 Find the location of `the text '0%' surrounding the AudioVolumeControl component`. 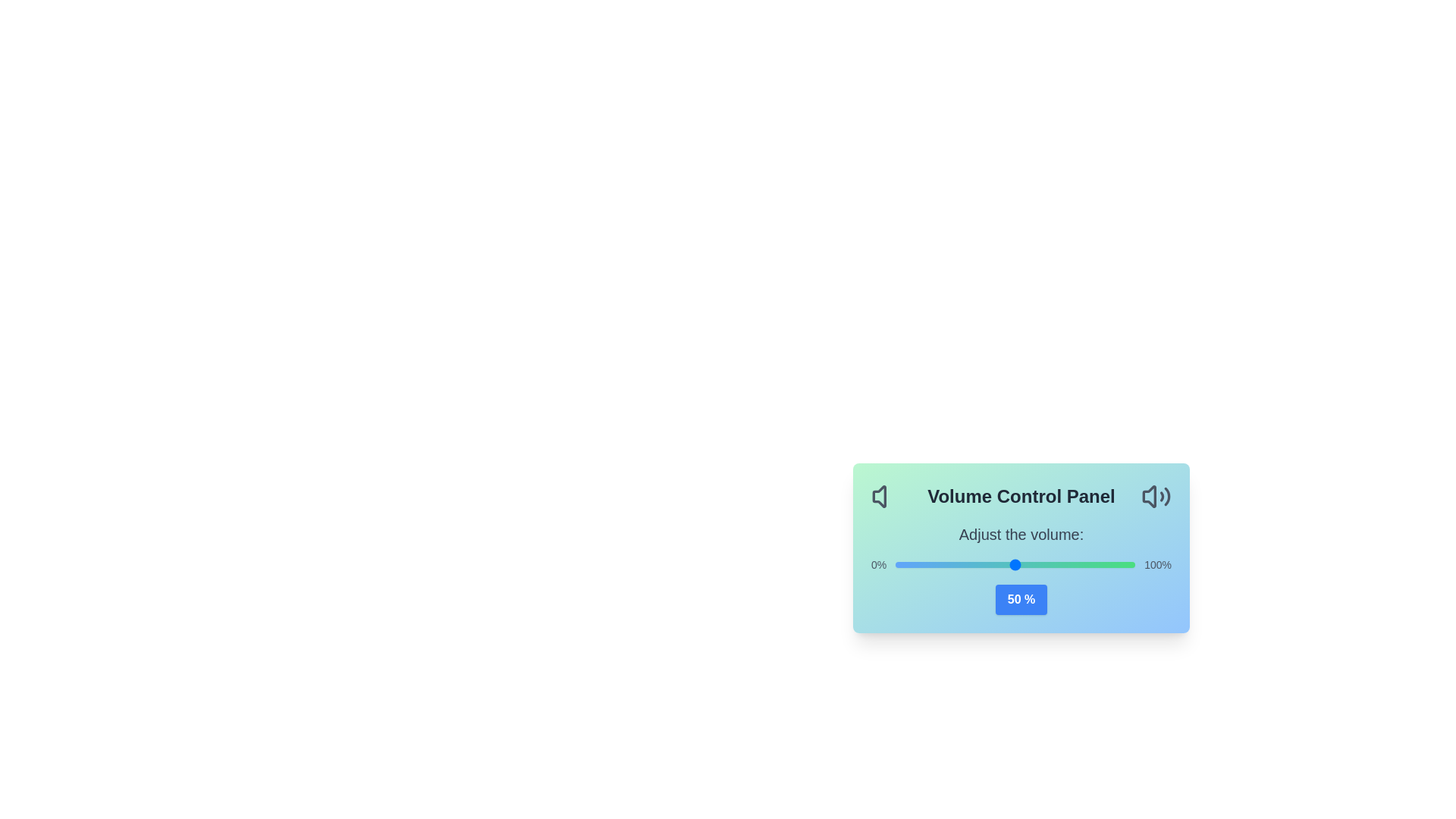

the text '0%' surrounding the AudioVolumeControl component is located at coordinates (878, 564).